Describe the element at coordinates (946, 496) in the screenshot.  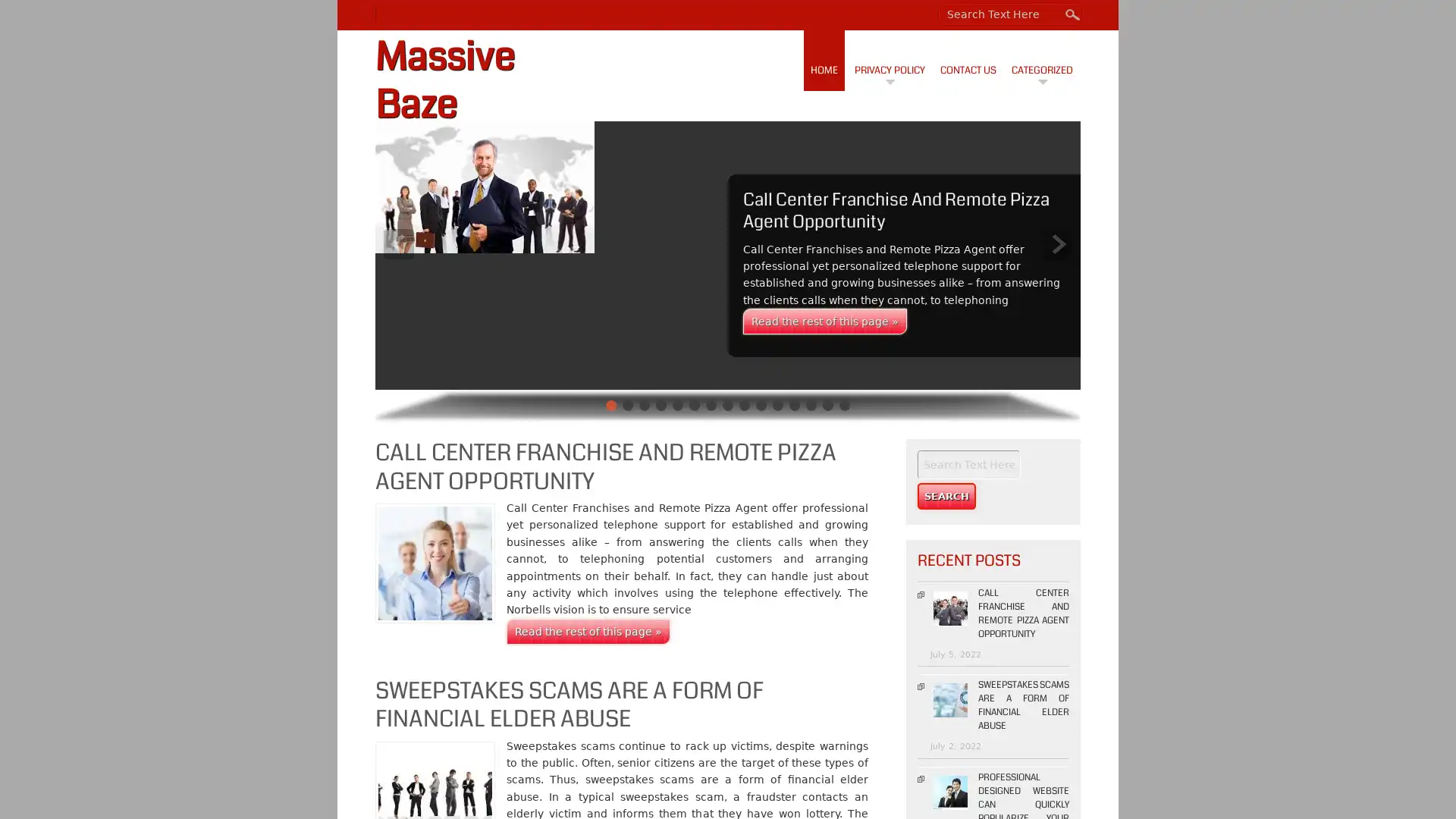
I see `Search` at that location.